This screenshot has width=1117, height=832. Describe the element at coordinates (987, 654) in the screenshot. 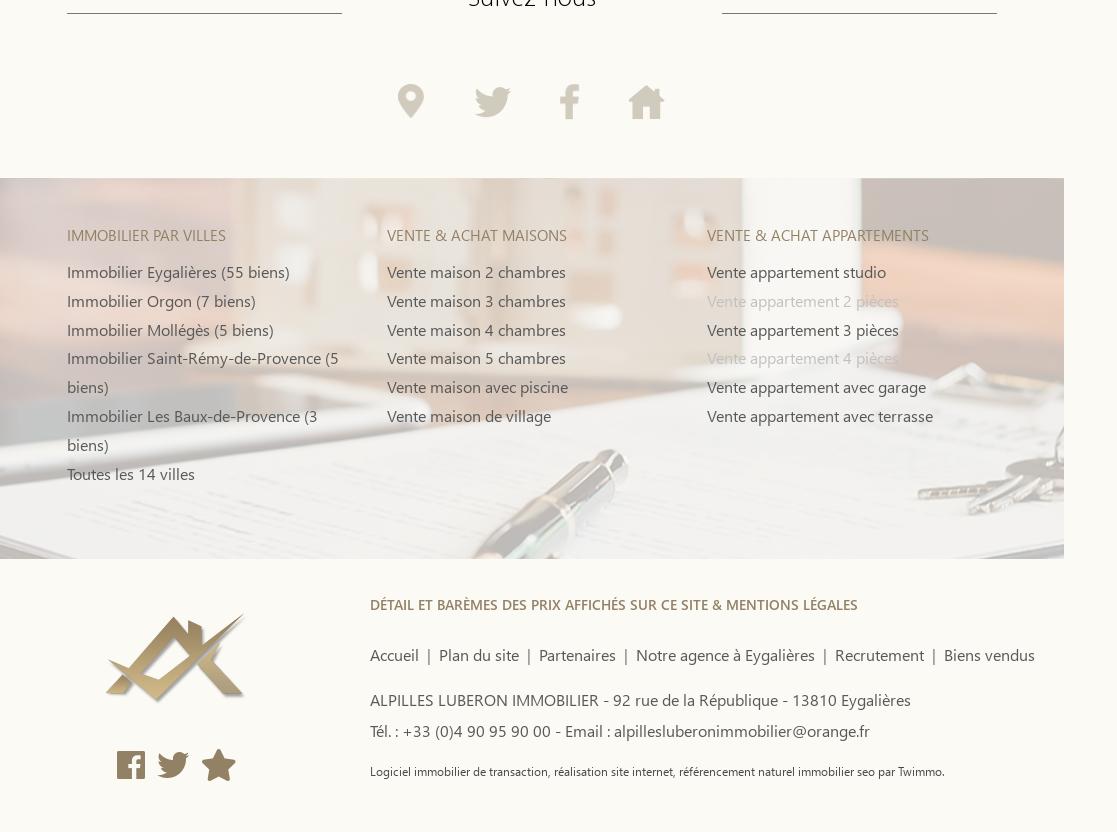

I see `'Biens vendus'` at that location.